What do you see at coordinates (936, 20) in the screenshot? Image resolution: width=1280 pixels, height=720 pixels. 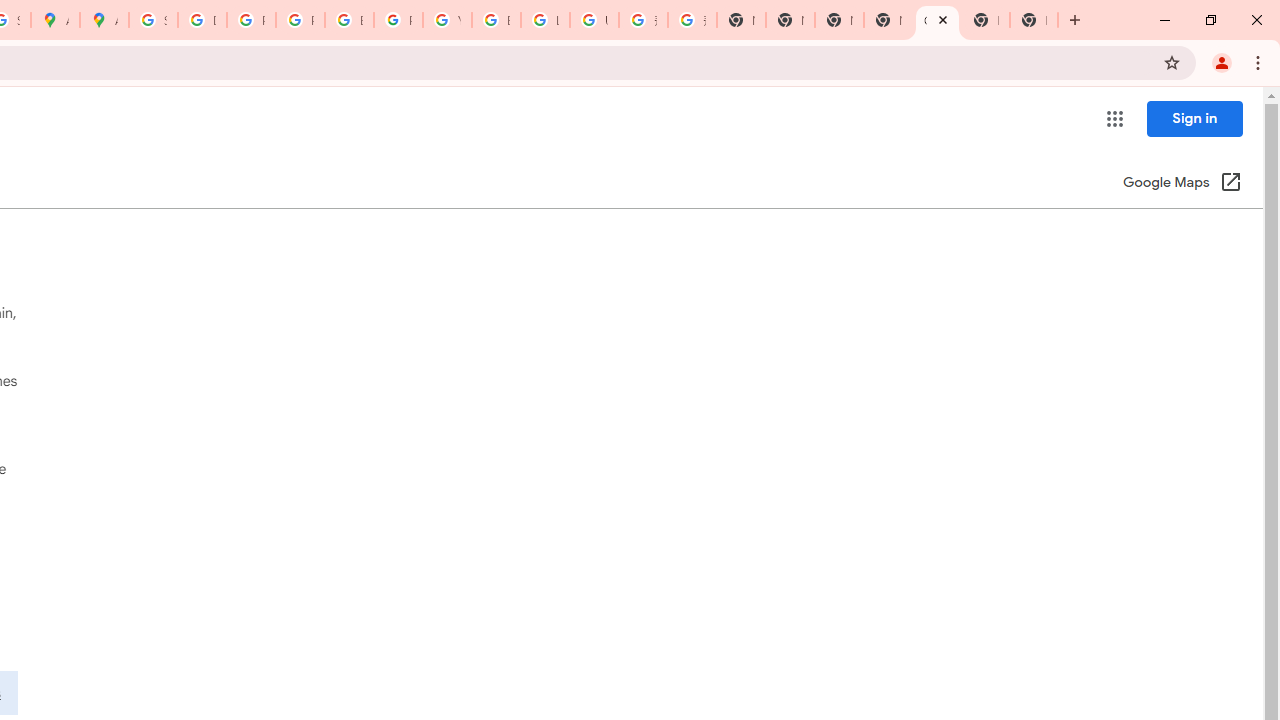 I see `'Crisis-related alerts in Google Maps - Google Maps Help'` at bounding box center [936, 20].